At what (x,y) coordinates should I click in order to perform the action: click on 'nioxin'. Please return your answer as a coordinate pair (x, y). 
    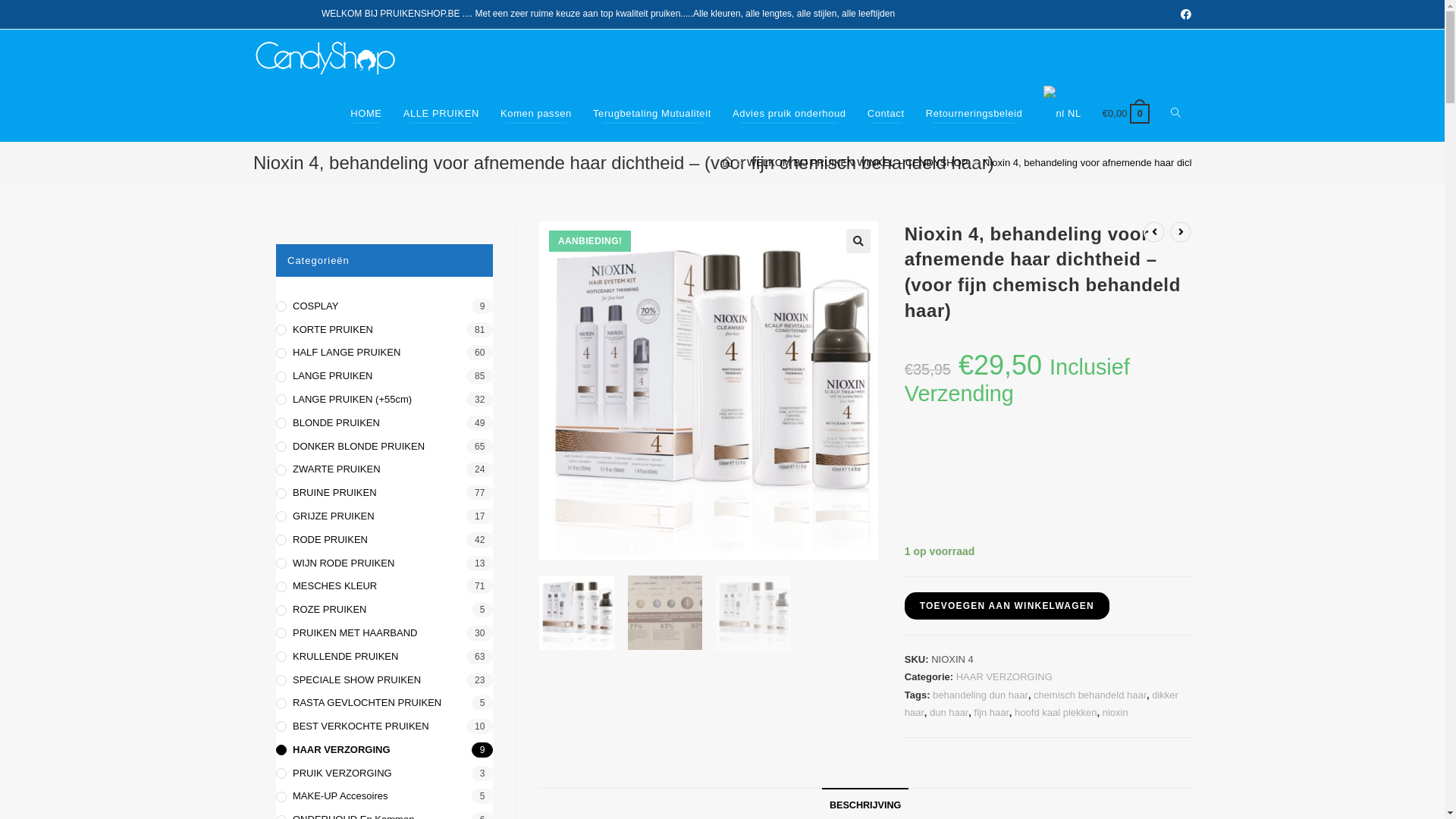
    Looking at the image, I should click on (1115, 712).